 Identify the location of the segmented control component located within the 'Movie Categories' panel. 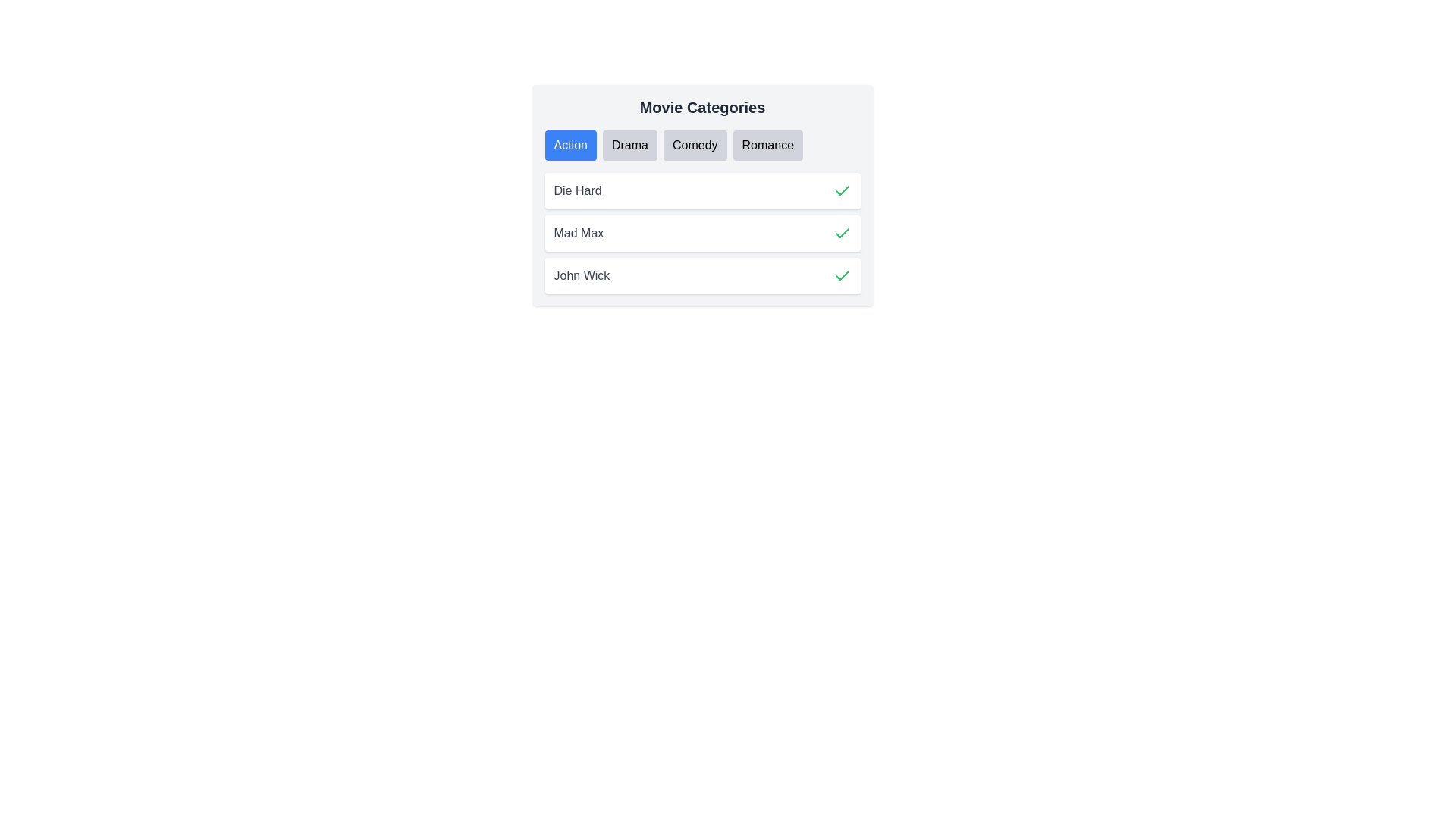
(701, 146).